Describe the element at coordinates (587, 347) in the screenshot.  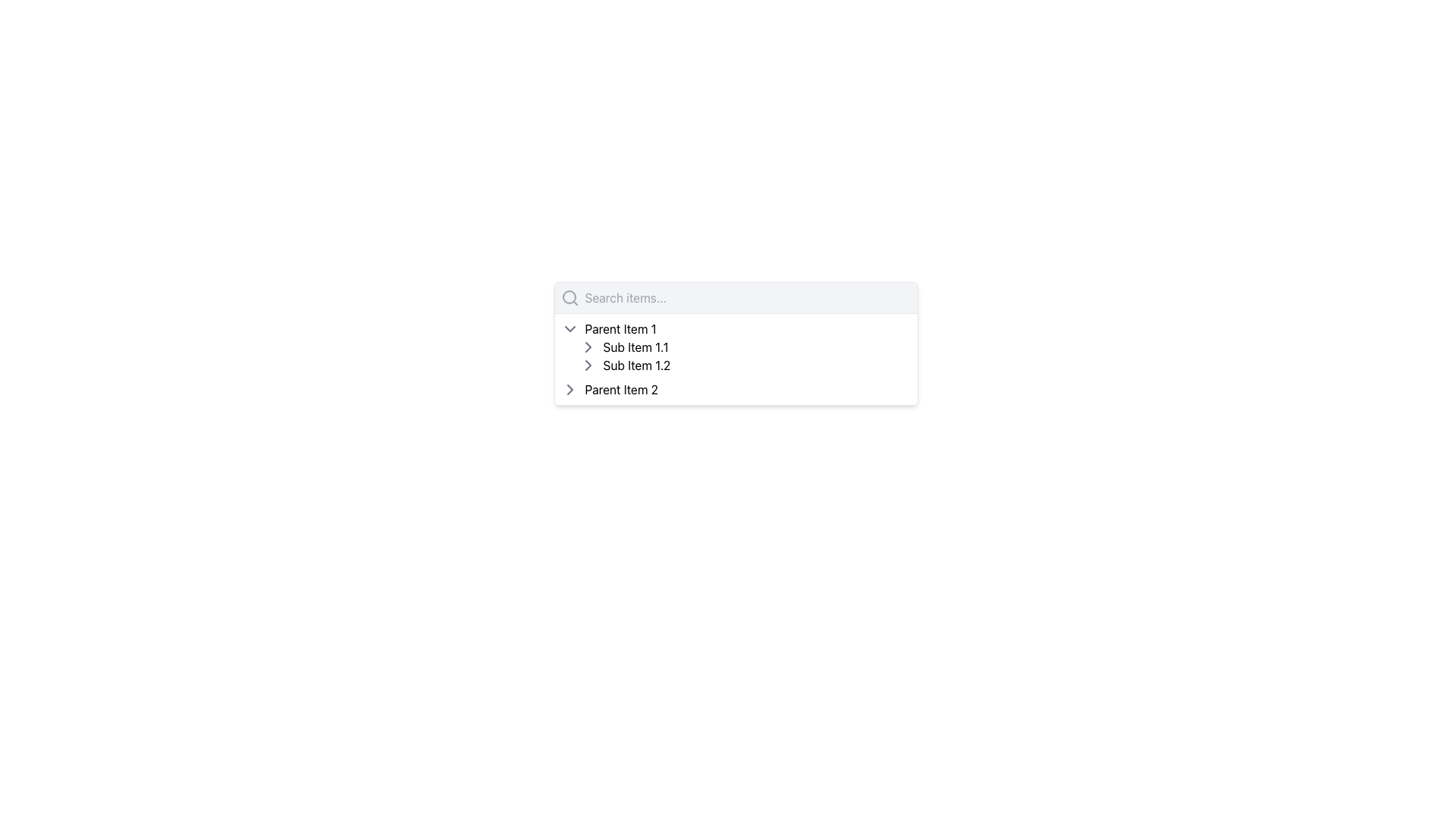
I see `the gray right-pointing chevron icon used as a toggle indicator located to the left of 'Sub Item 1.1' in the hierarchical list` at that location.